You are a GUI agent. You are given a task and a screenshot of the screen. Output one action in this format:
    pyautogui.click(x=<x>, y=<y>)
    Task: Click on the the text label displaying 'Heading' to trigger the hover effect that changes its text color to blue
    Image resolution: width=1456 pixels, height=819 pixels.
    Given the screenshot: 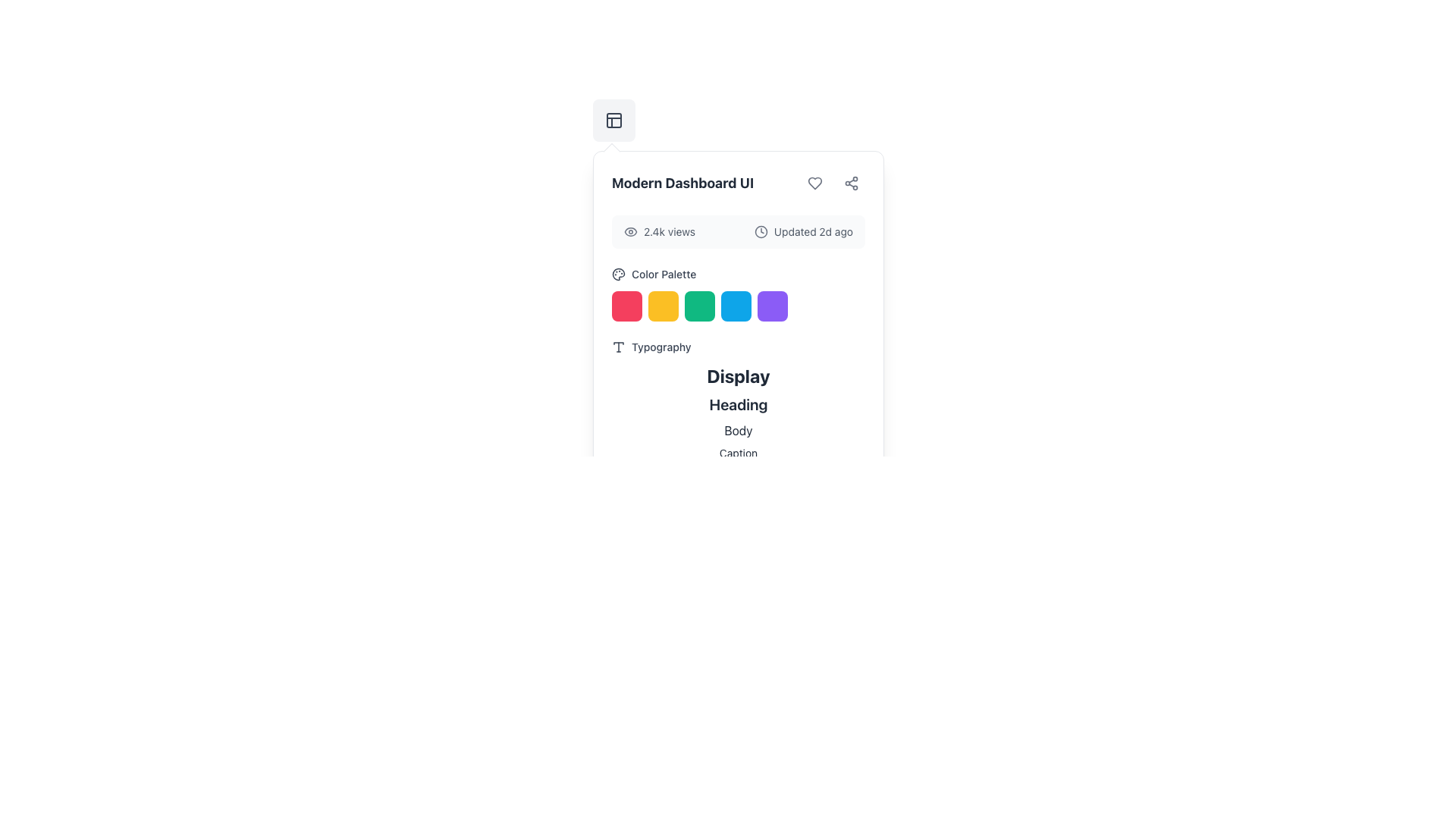 What is the action you would take?
    pyautogui.click(x=739, y=403)
    